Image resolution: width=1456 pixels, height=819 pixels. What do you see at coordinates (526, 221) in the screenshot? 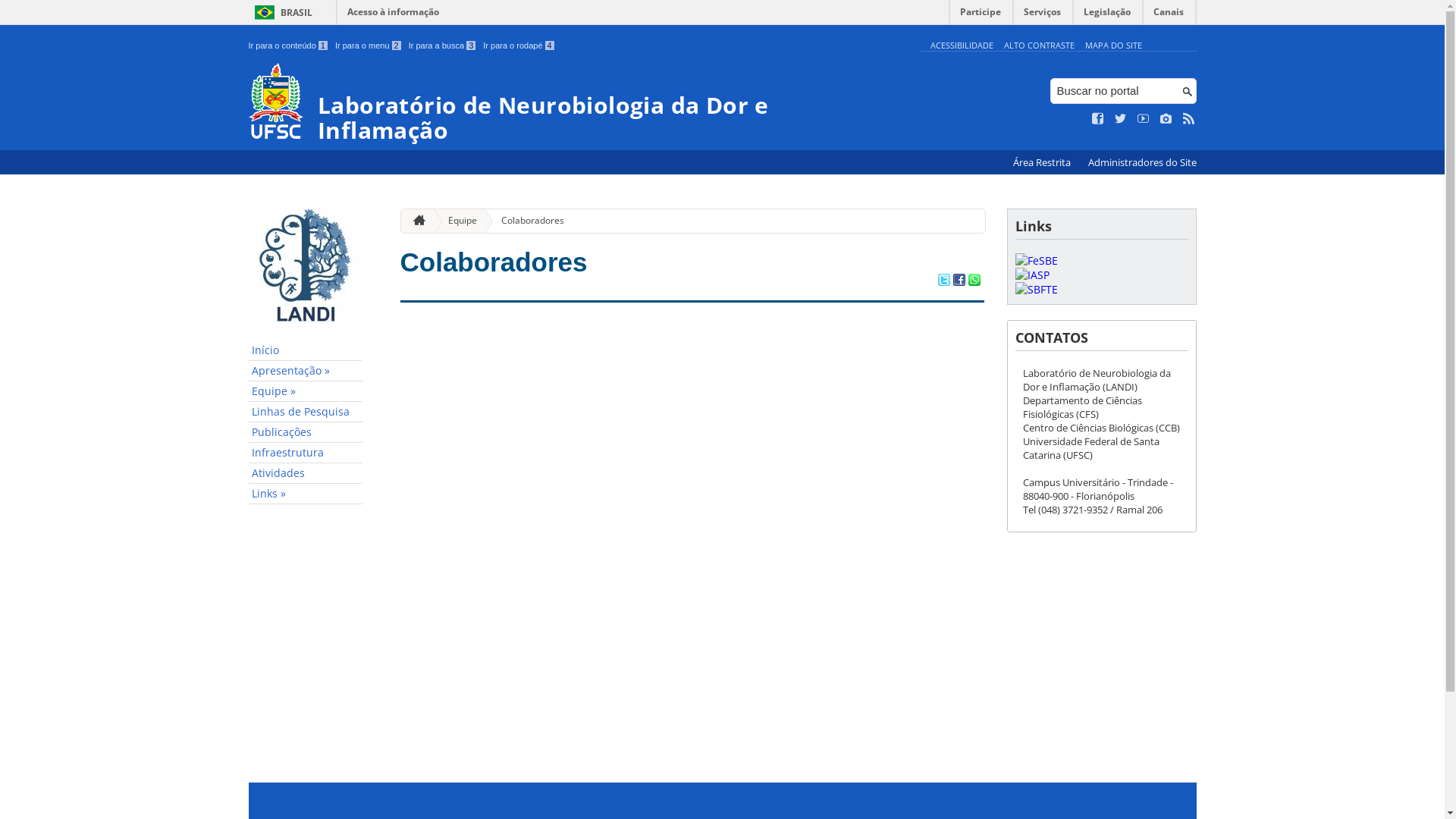
I see `'Colaboradores'` at bounding box center [526, 221].